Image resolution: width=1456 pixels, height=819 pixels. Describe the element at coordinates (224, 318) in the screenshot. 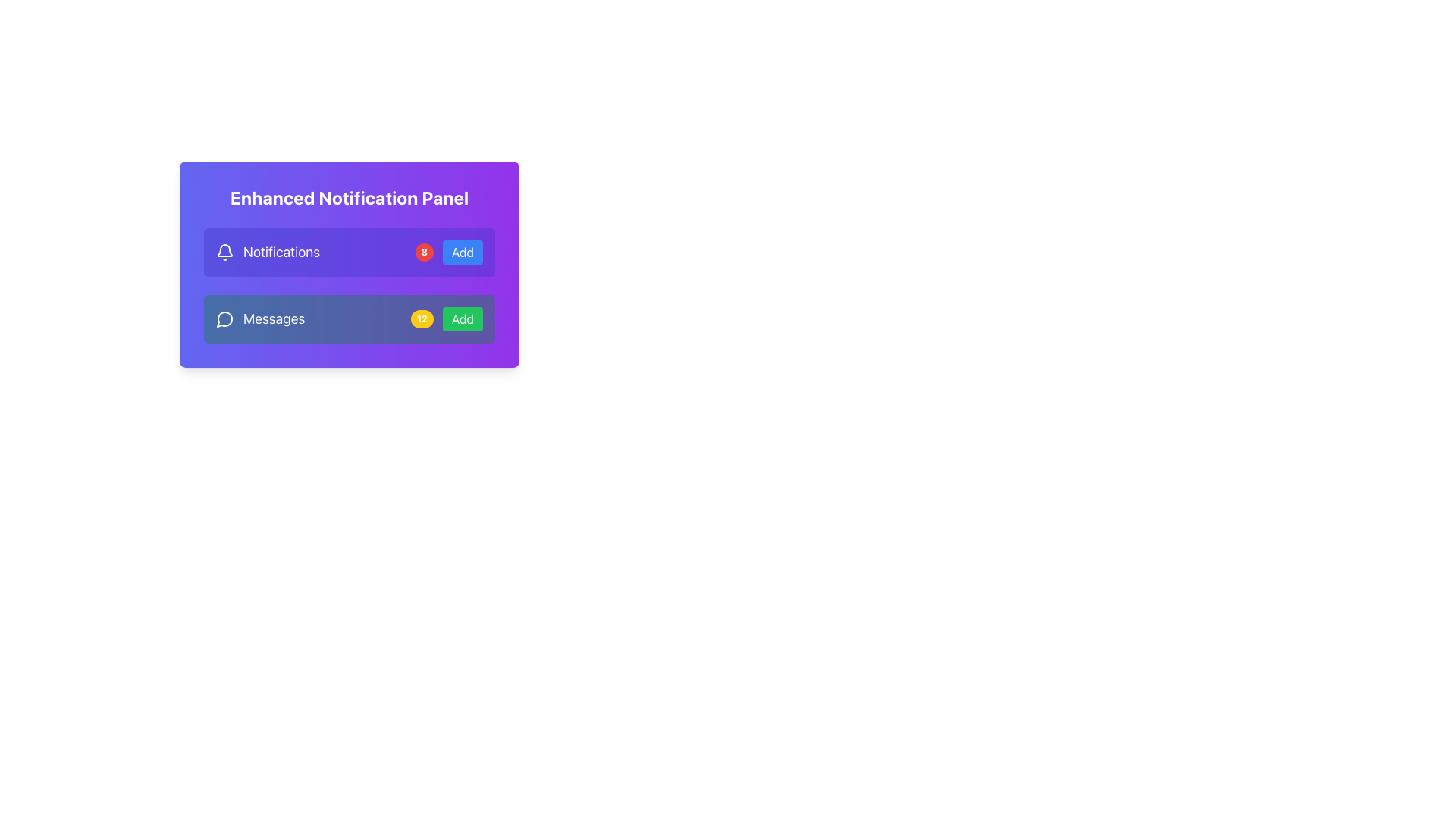

I see `the circular message bubble icon located in the 'Messages' section, to the left of the 'Messages' label and numerical badge` at that location.